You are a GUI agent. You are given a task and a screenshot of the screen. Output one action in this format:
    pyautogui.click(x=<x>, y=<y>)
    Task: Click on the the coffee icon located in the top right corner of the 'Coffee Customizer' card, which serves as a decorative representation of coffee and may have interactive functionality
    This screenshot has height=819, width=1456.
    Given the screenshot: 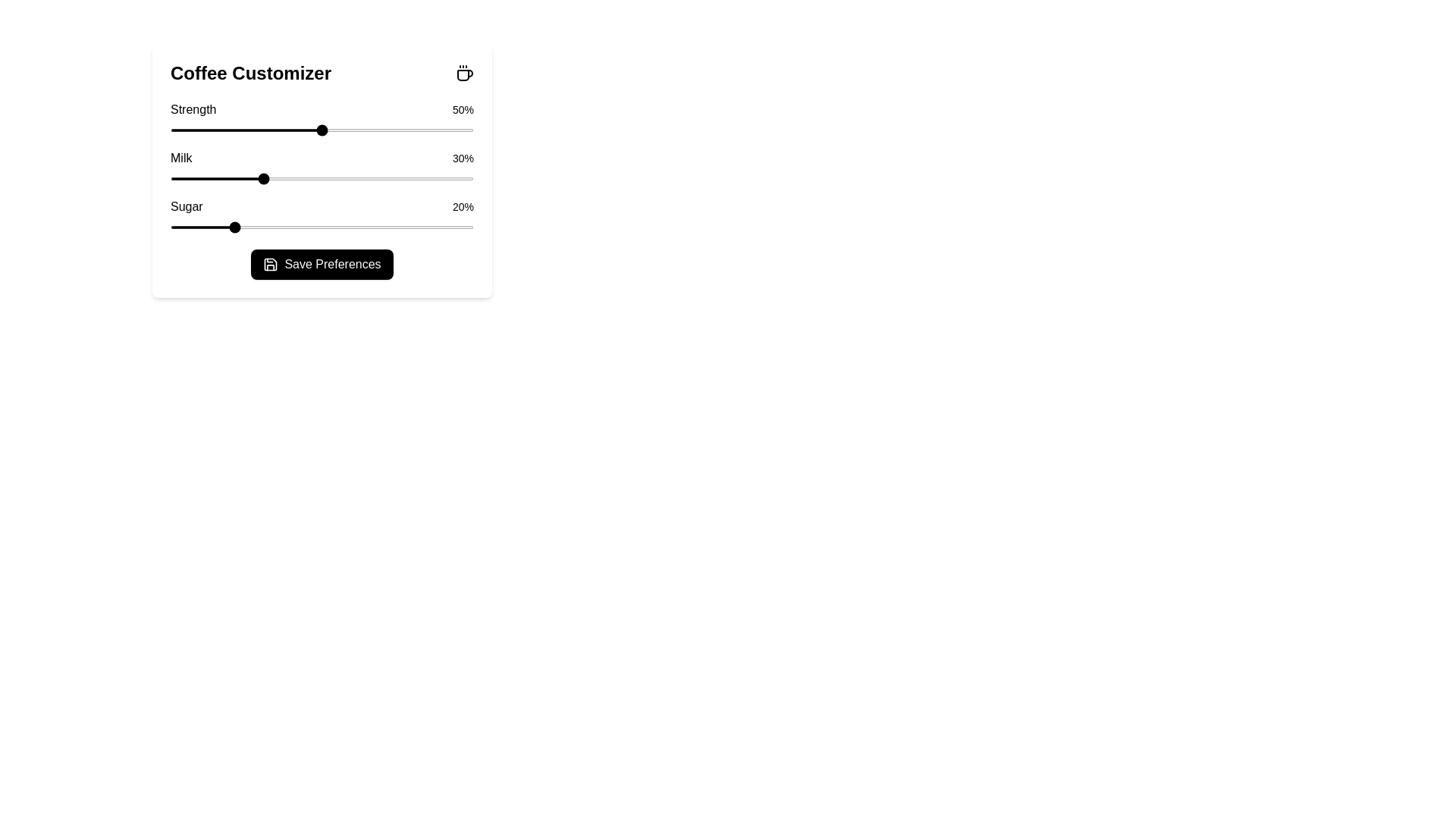 What is the action you would take?
    pyautogui.click(x=464, y=75)
    